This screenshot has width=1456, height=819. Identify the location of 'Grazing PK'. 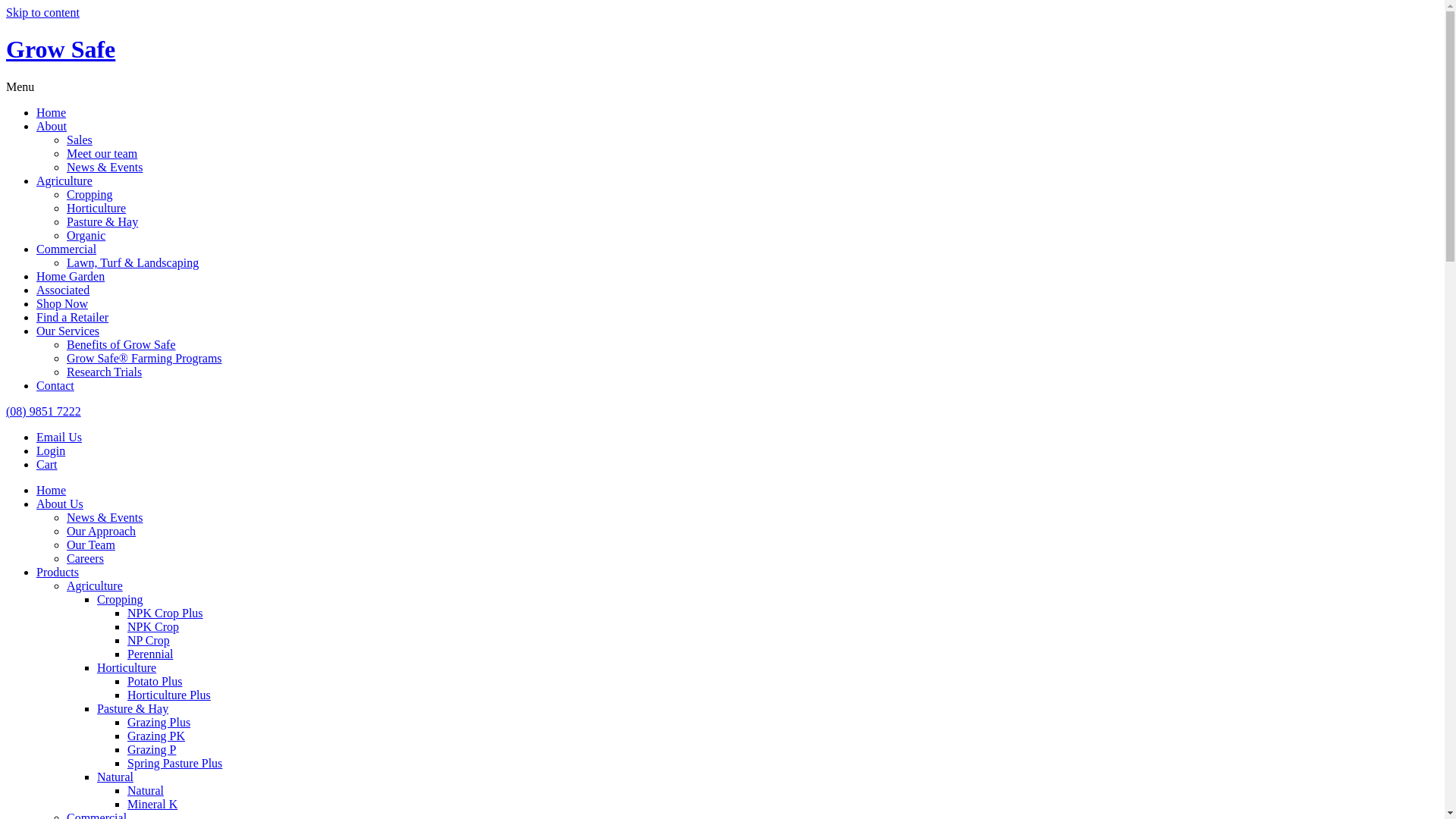
(156, 735).